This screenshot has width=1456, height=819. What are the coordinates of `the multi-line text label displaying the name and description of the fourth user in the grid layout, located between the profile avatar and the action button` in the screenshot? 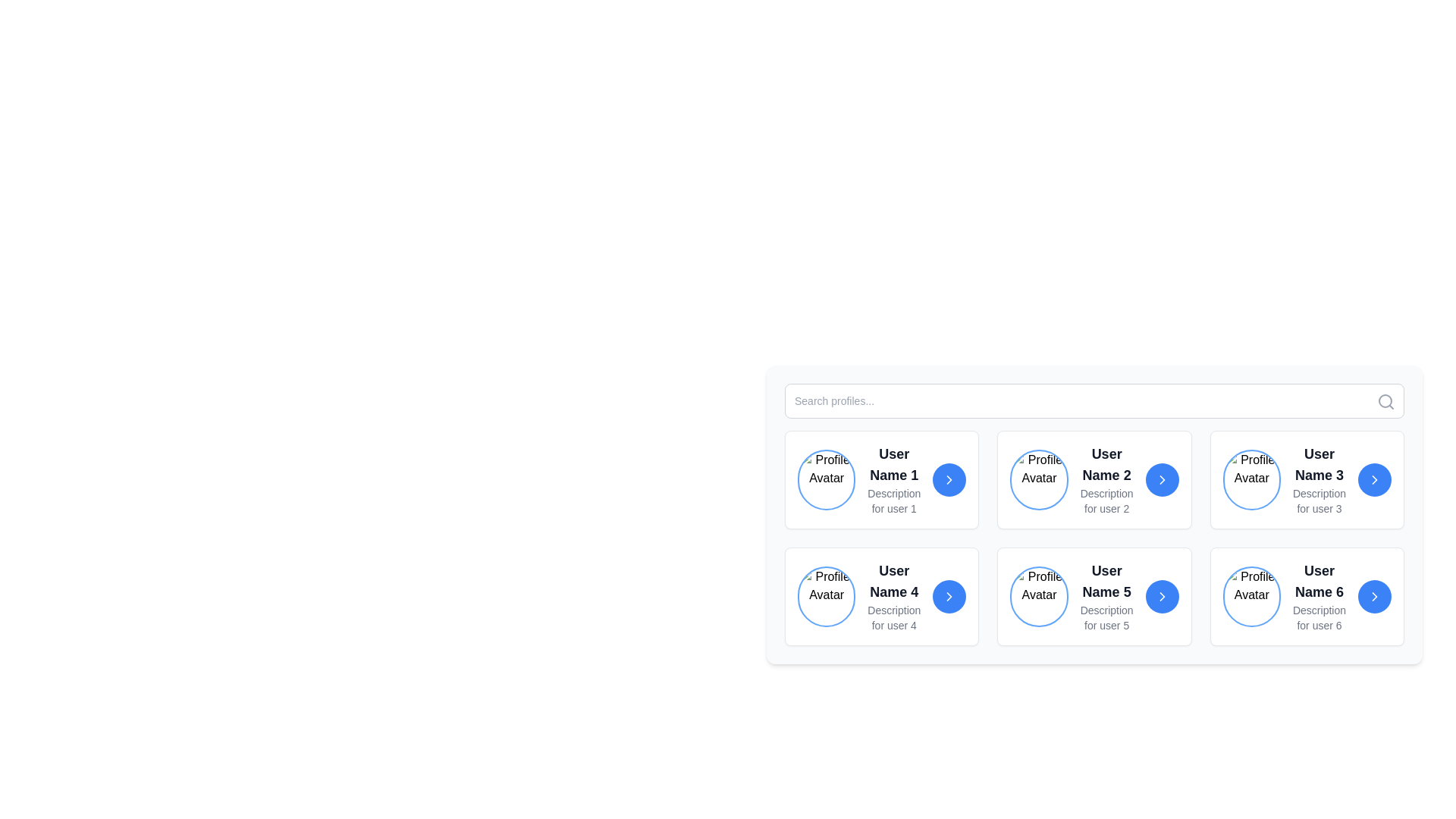 It's located at (894, 595).